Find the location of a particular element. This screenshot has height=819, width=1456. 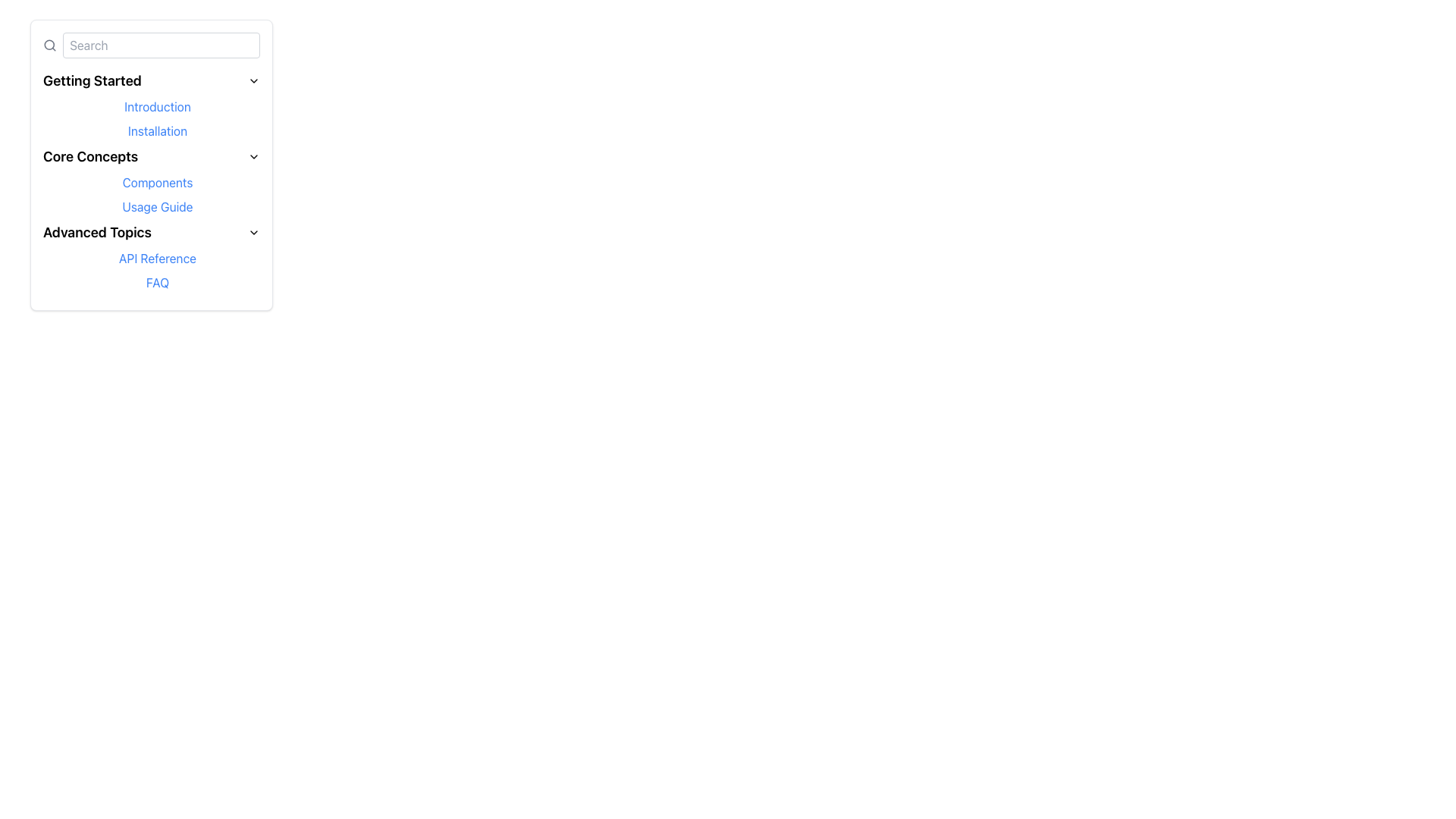

the 'Advanced Topics' text label is located at coordinates (96, 233).